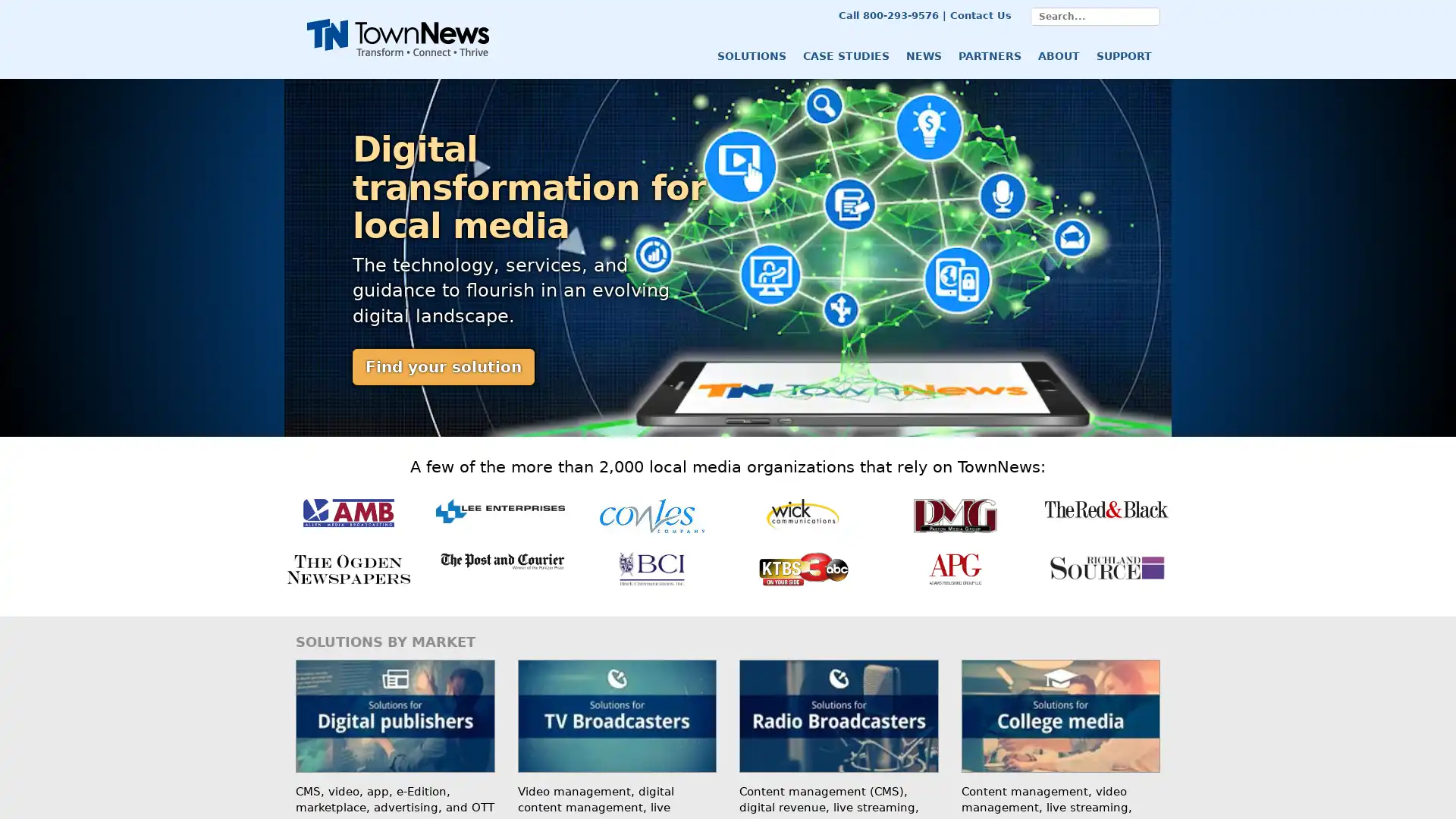 The width and height of the screenshot is (1456, 819). I want to click on Find your solution, so click(443, 366).